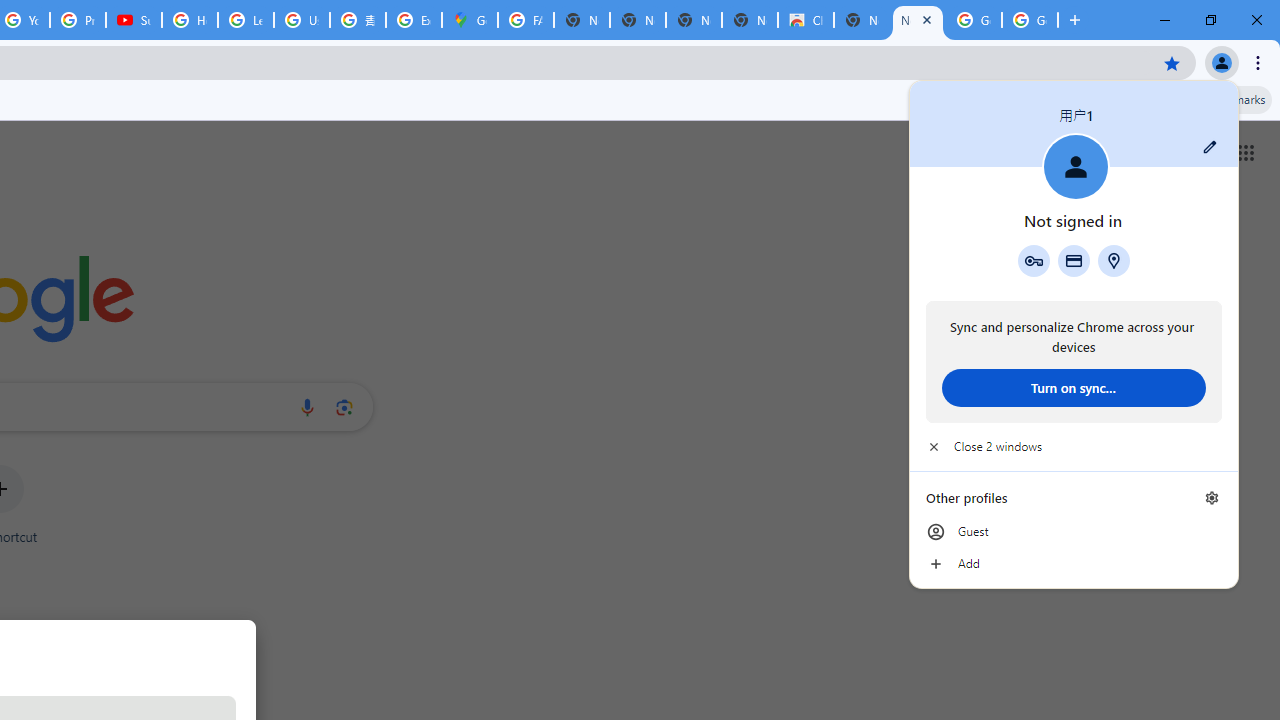 This screenshot has width=1280, height=720. I want to click on 'Google Password Manager', so click(1033, 260).